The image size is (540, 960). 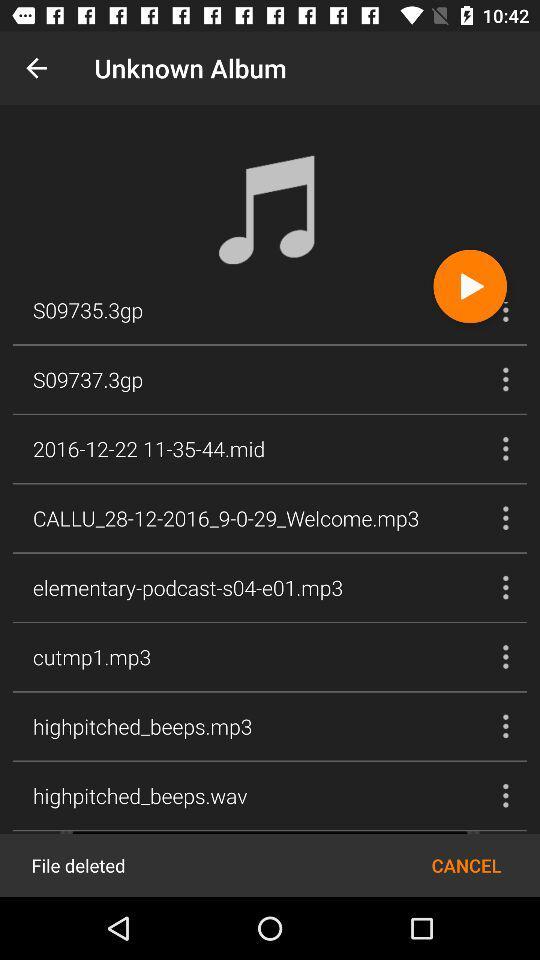 What do you see at coordinates (470, 285) in the screenshot?
I see `play` at bounding box center [470, 285].